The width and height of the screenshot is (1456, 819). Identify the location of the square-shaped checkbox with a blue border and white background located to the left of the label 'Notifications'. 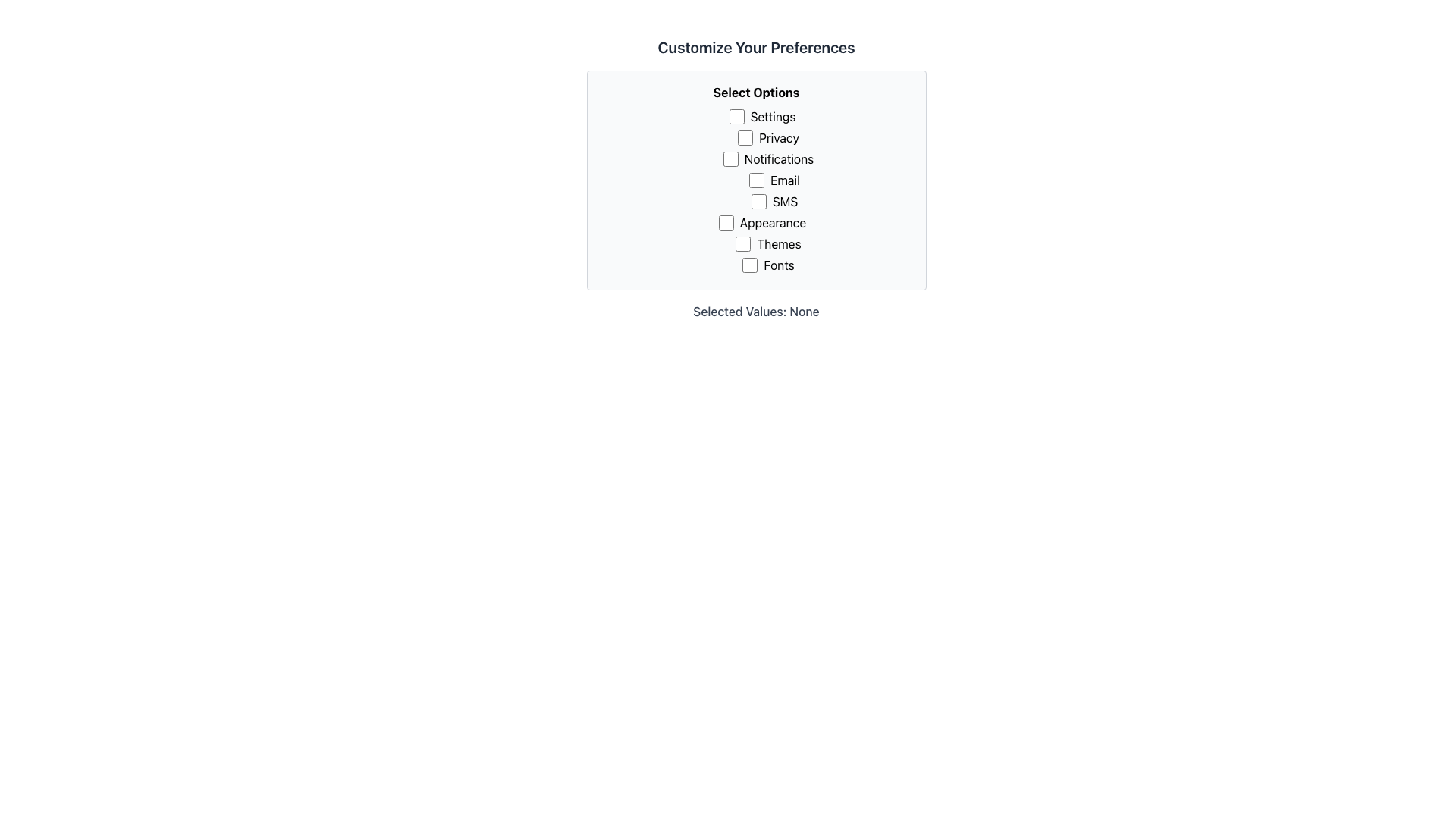
(730, 158).